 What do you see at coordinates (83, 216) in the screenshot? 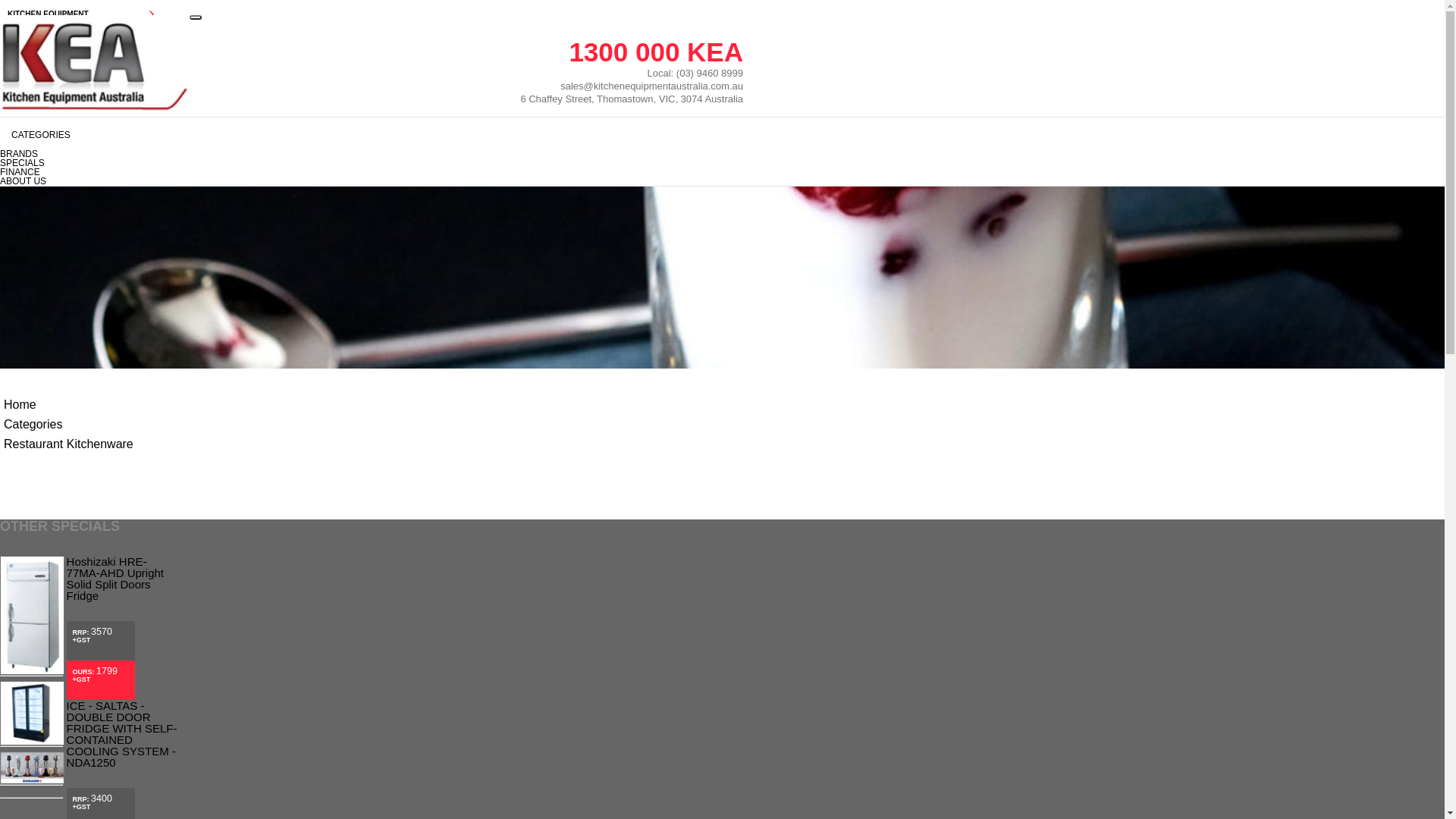
I see `'COMMERCIAL FOOD PROCESSORS'` at bounding box center [83, 216].